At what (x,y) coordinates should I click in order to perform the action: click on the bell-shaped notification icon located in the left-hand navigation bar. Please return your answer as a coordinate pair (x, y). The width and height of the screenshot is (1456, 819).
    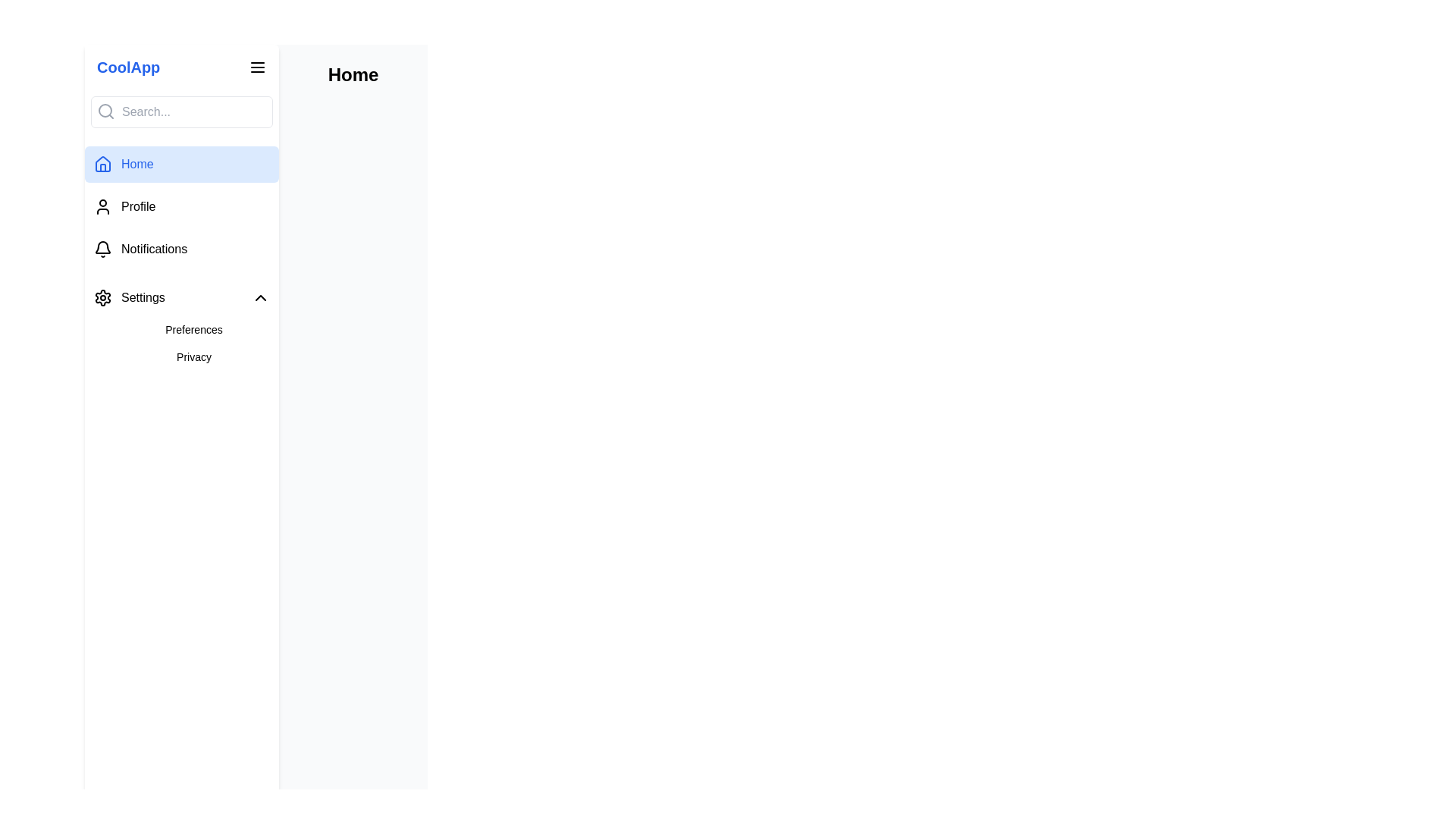
    Looking at the image, I should click on (102, 246).